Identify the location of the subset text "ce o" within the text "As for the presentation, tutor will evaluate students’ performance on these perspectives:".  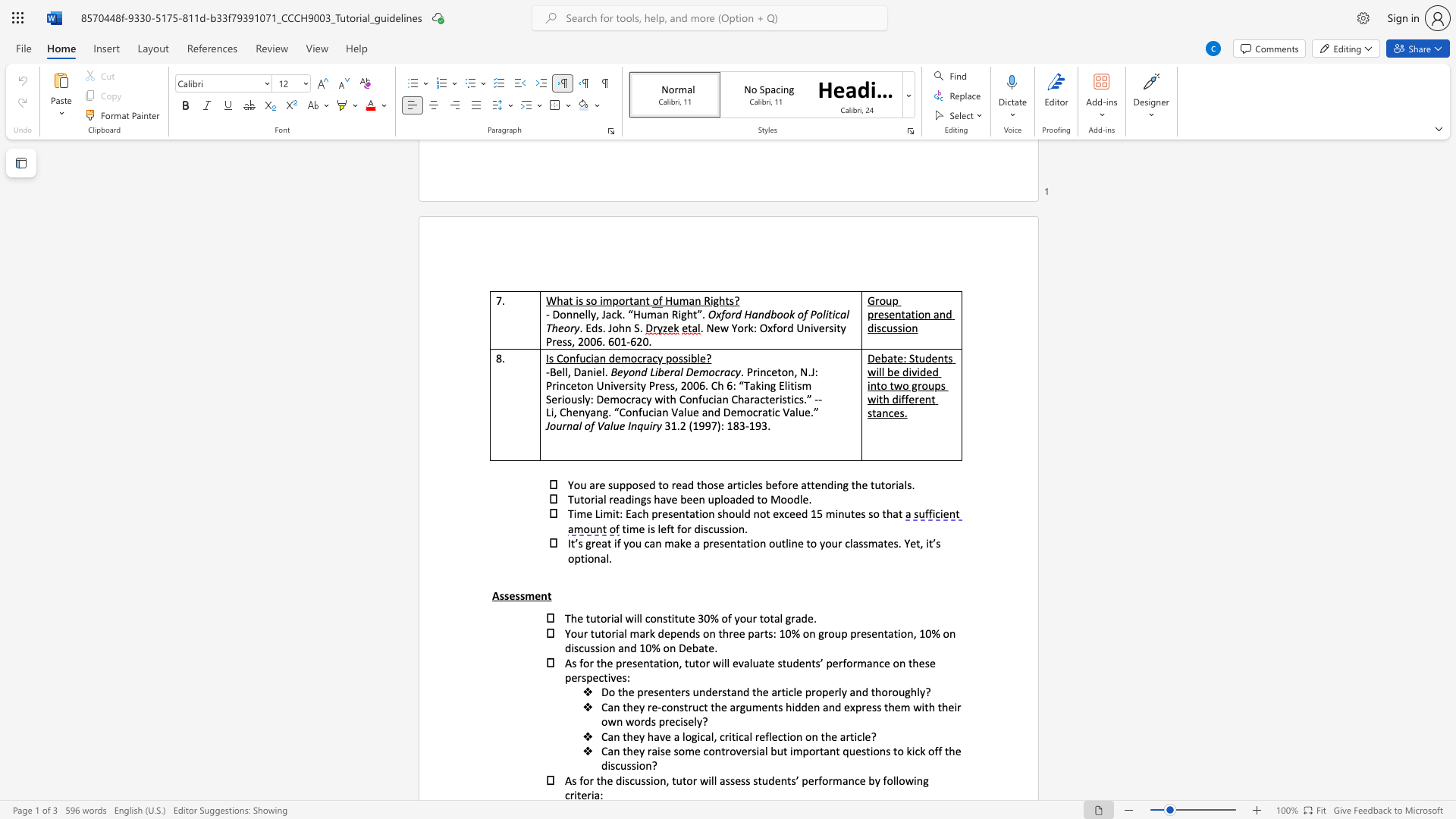
(879, 662).